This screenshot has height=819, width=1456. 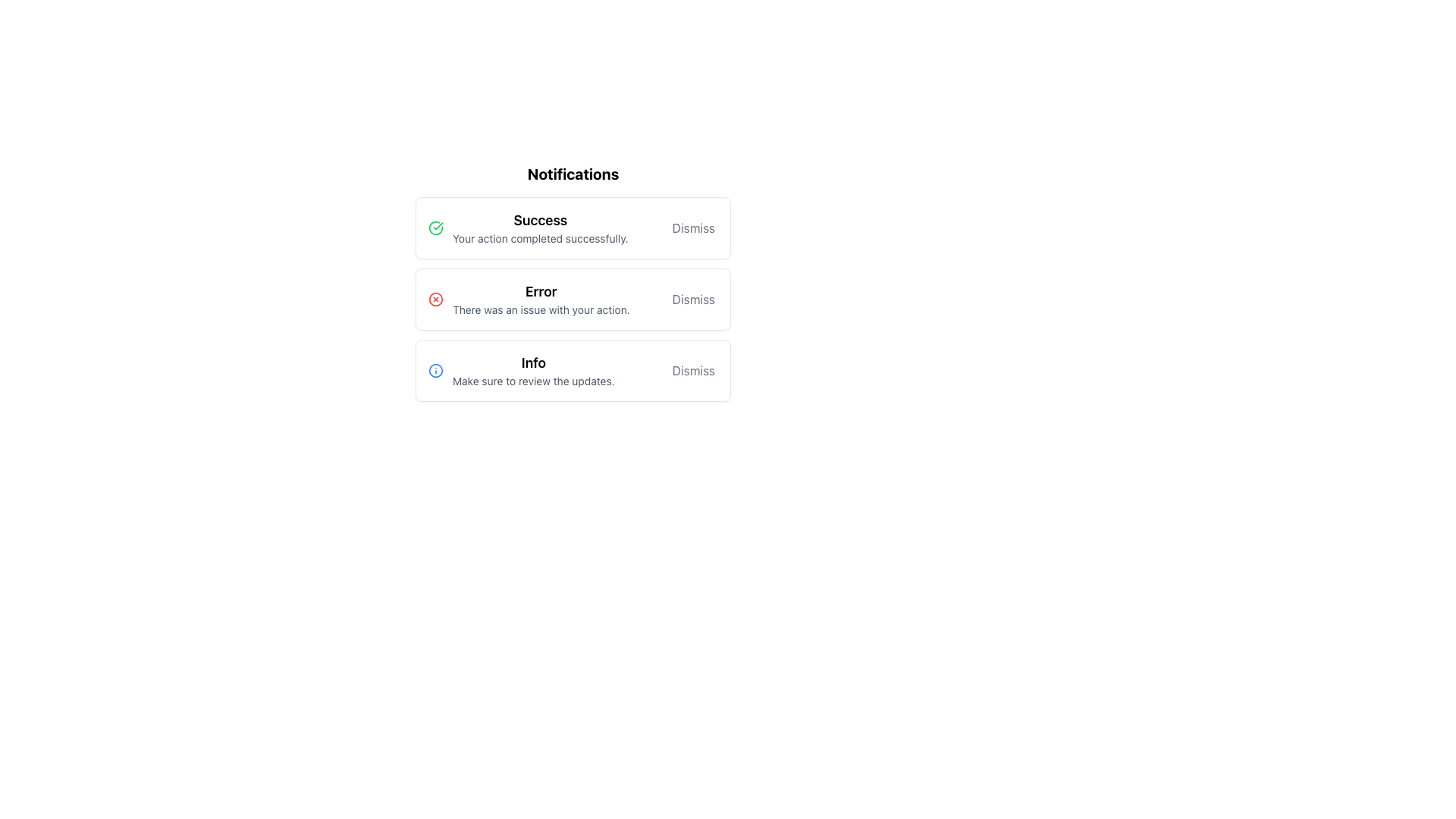 I want to click on the 'Dismiss' button located in the top-right corner of the second notification message displaying an 'Error' message, so click(x=692, y=299).